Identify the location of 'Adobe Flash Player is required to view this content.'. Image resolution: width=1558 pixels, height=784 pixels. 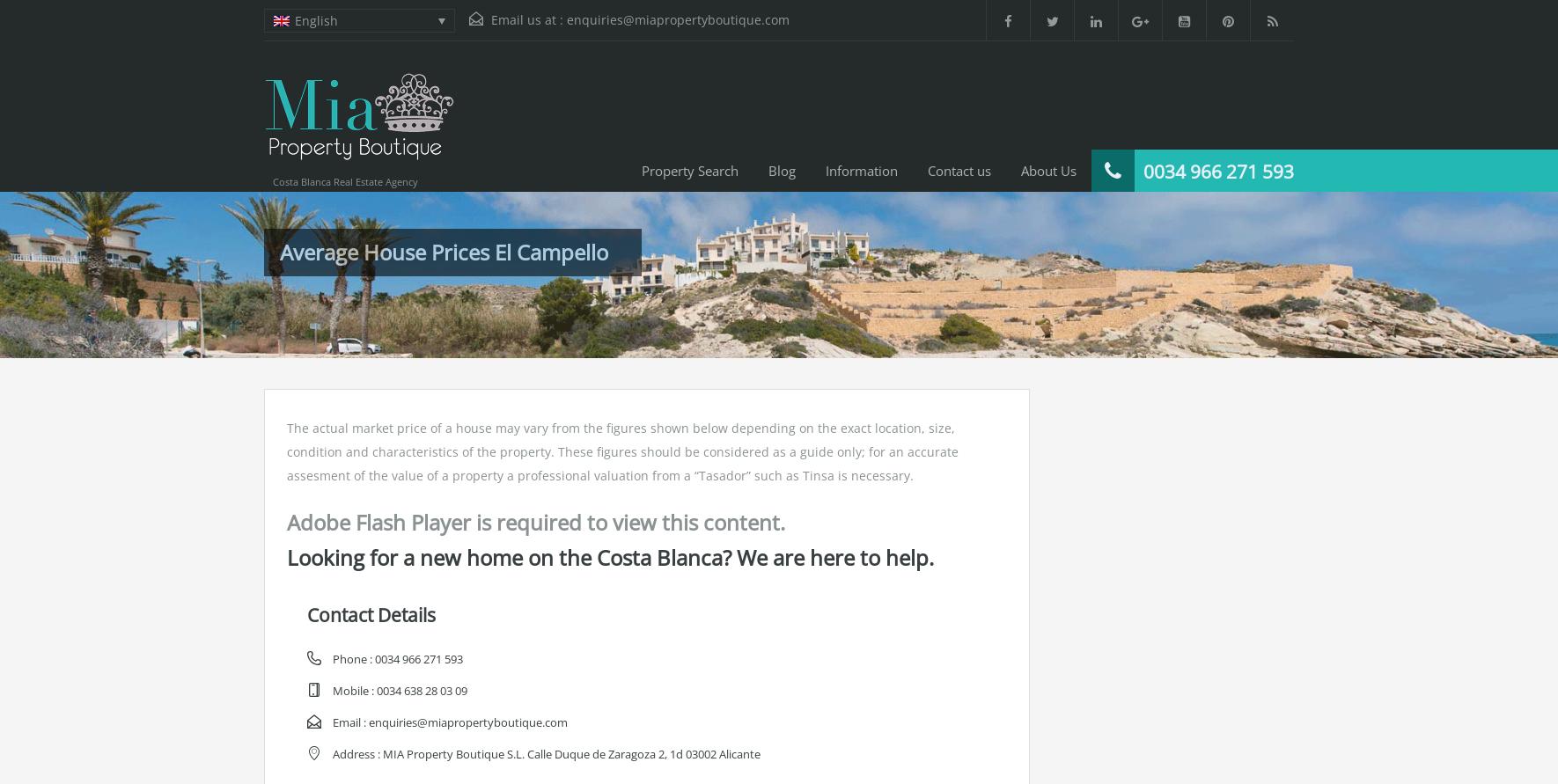
(535, 522).